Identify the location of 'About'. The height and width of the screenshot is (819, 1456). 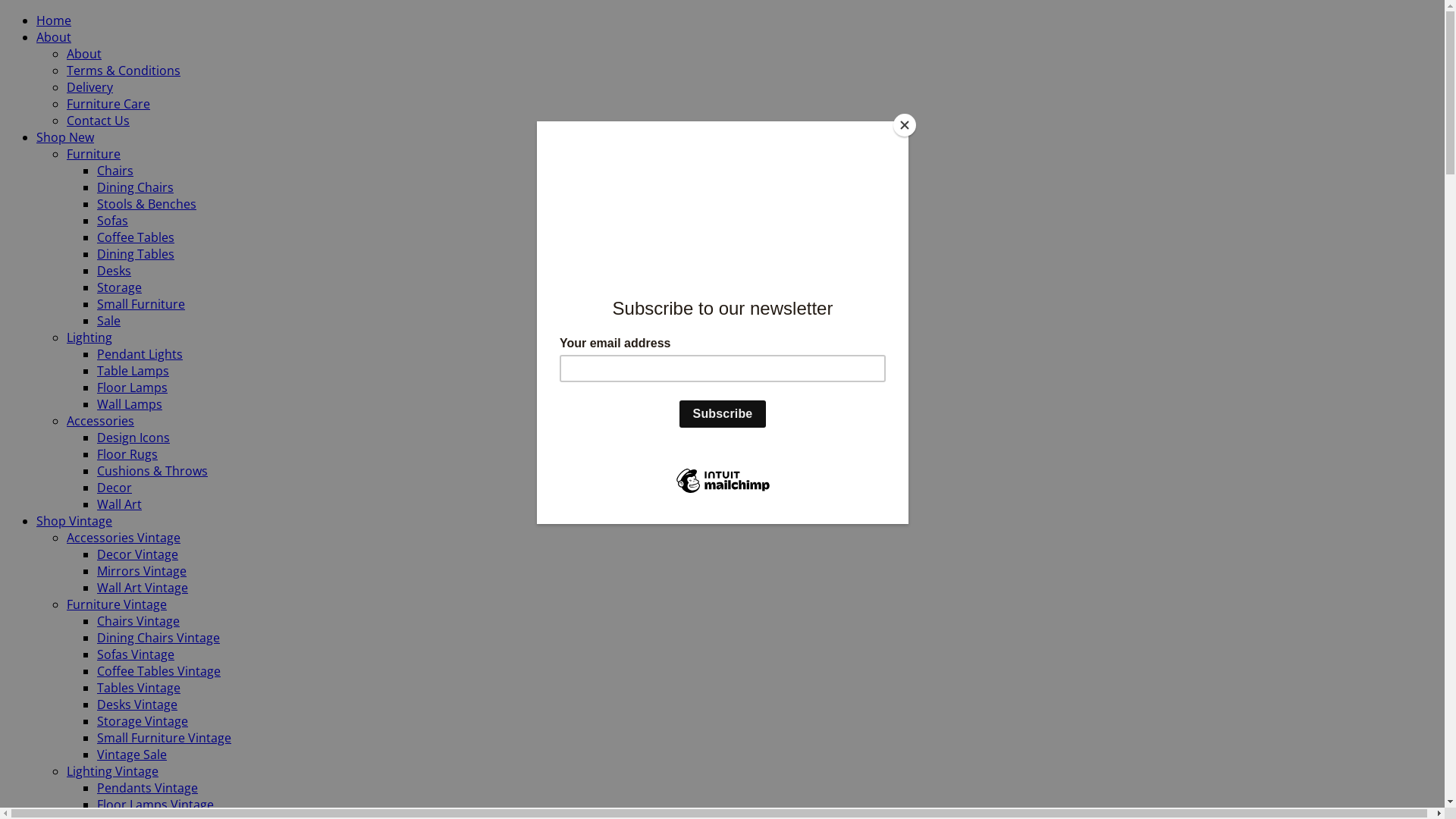
(36, 36).